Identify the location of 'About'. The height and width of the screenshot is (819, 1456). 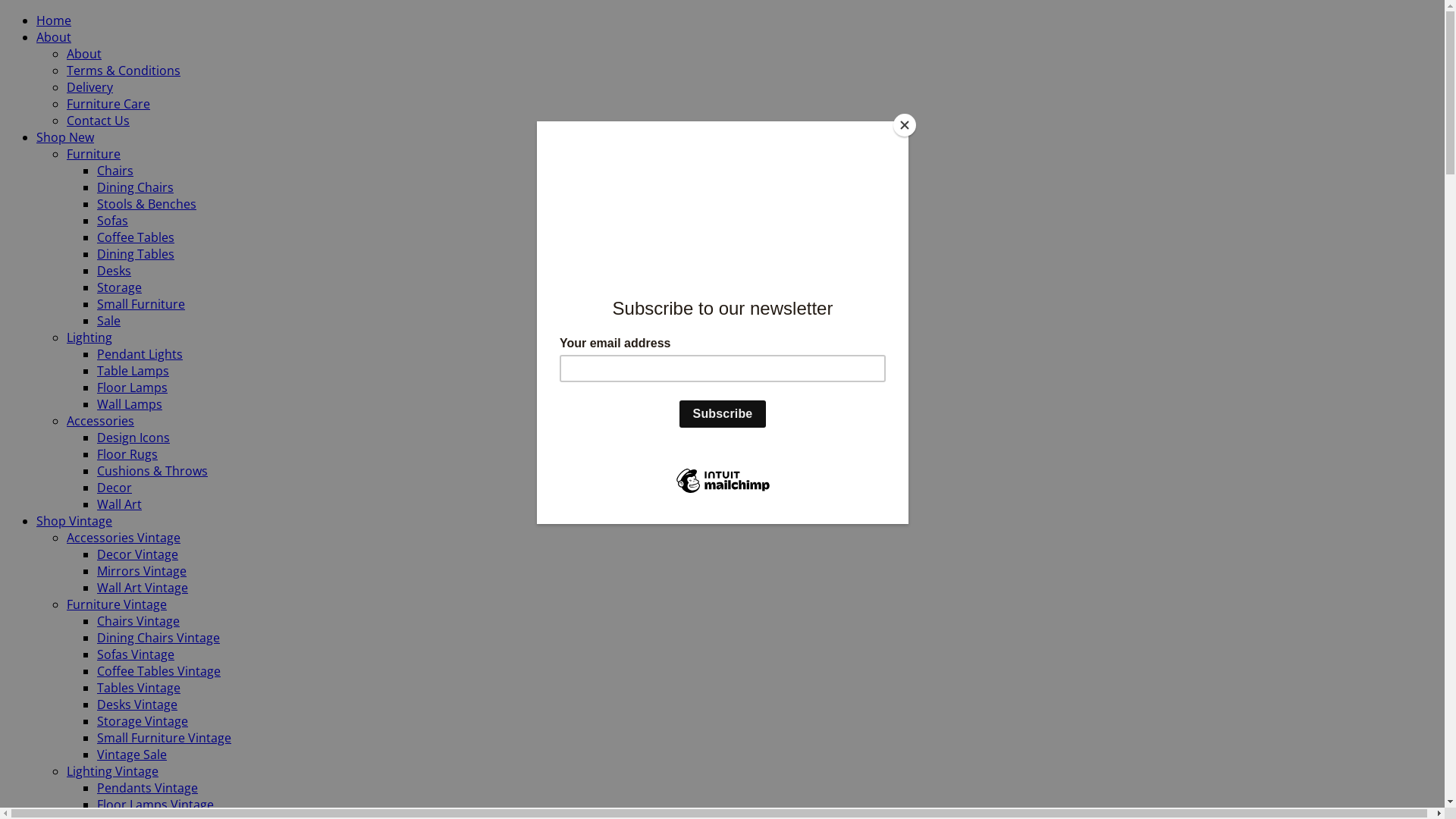
(36, 36).